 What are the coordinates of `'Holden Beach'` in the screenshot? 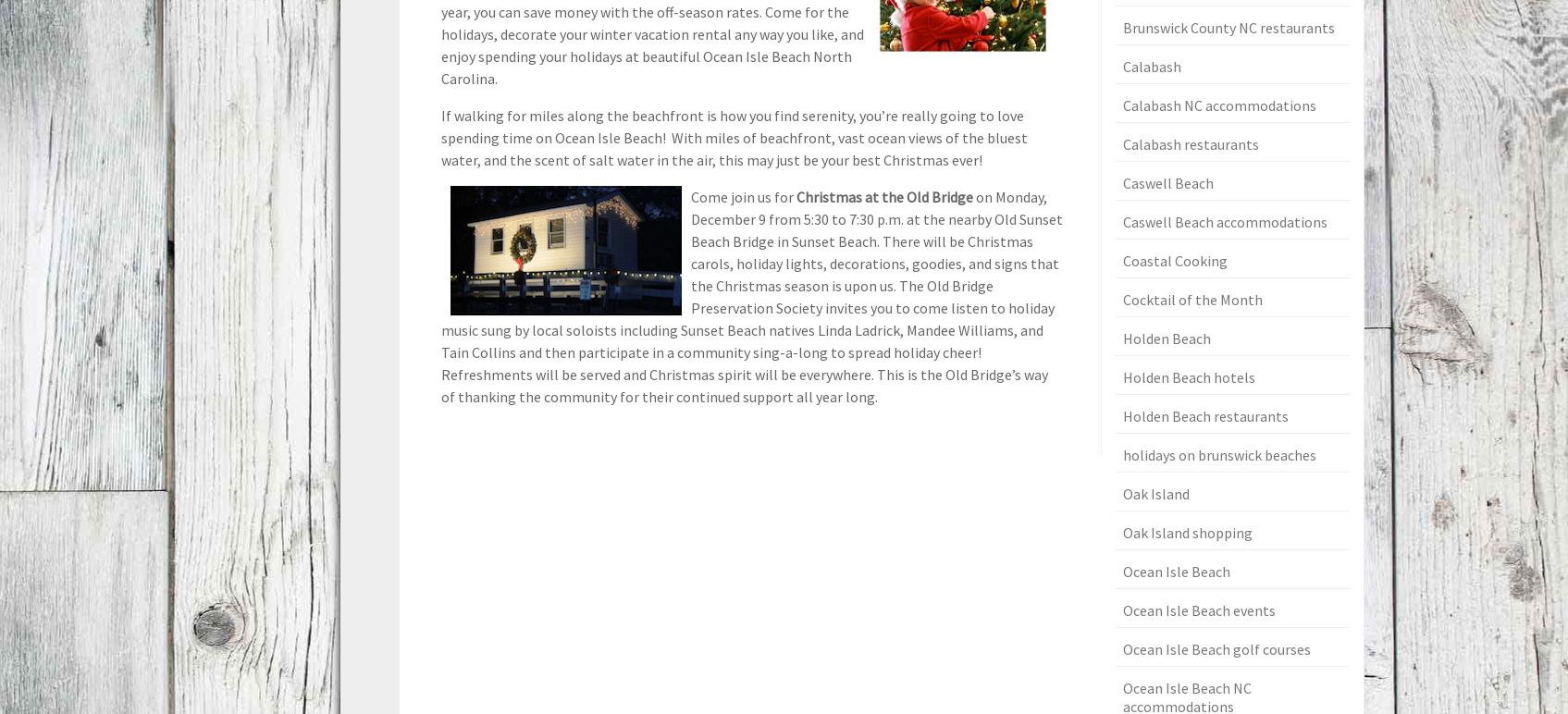 It's located at (1165, 337).